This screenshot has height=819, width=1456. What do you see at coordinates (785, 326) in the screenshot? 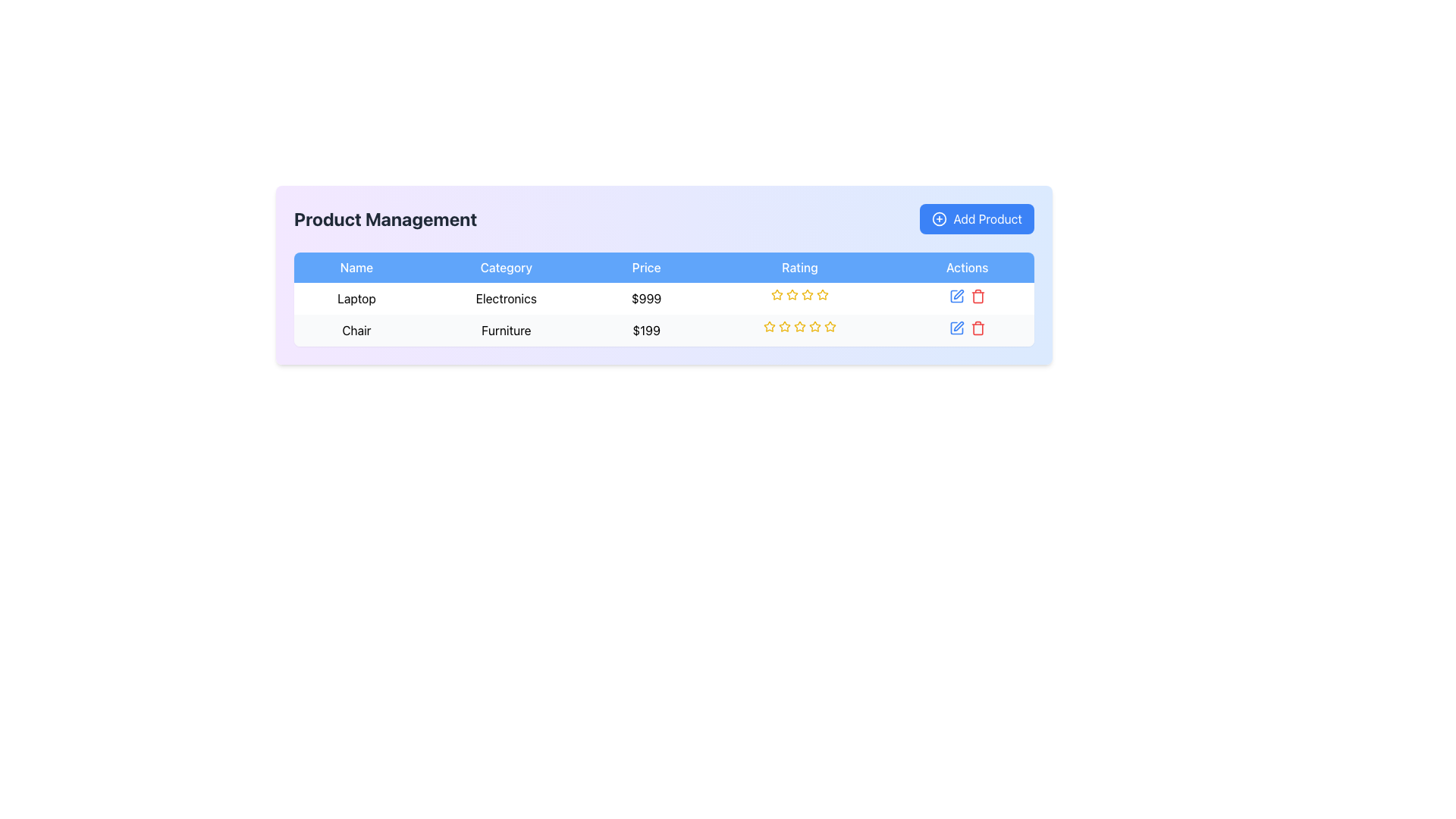
I see `the yellow outlined star icon representing the rating for the 'Chair' product in the second row of the table` at bounding box center [785, 326].